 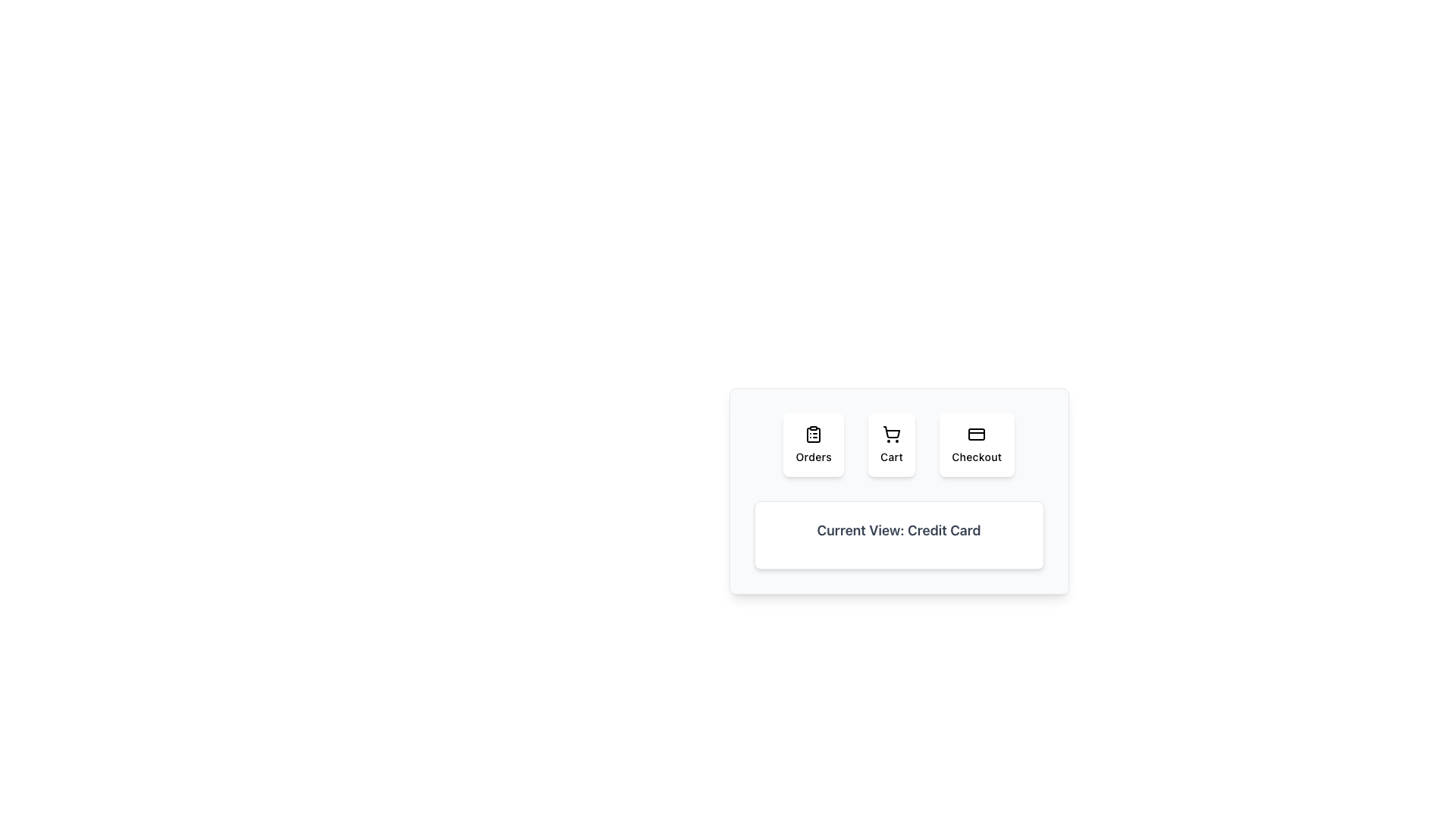 I want to click on the checkout button, which is the third button in a group of three, to initiate the checkout process, so click(x=976, y=444).